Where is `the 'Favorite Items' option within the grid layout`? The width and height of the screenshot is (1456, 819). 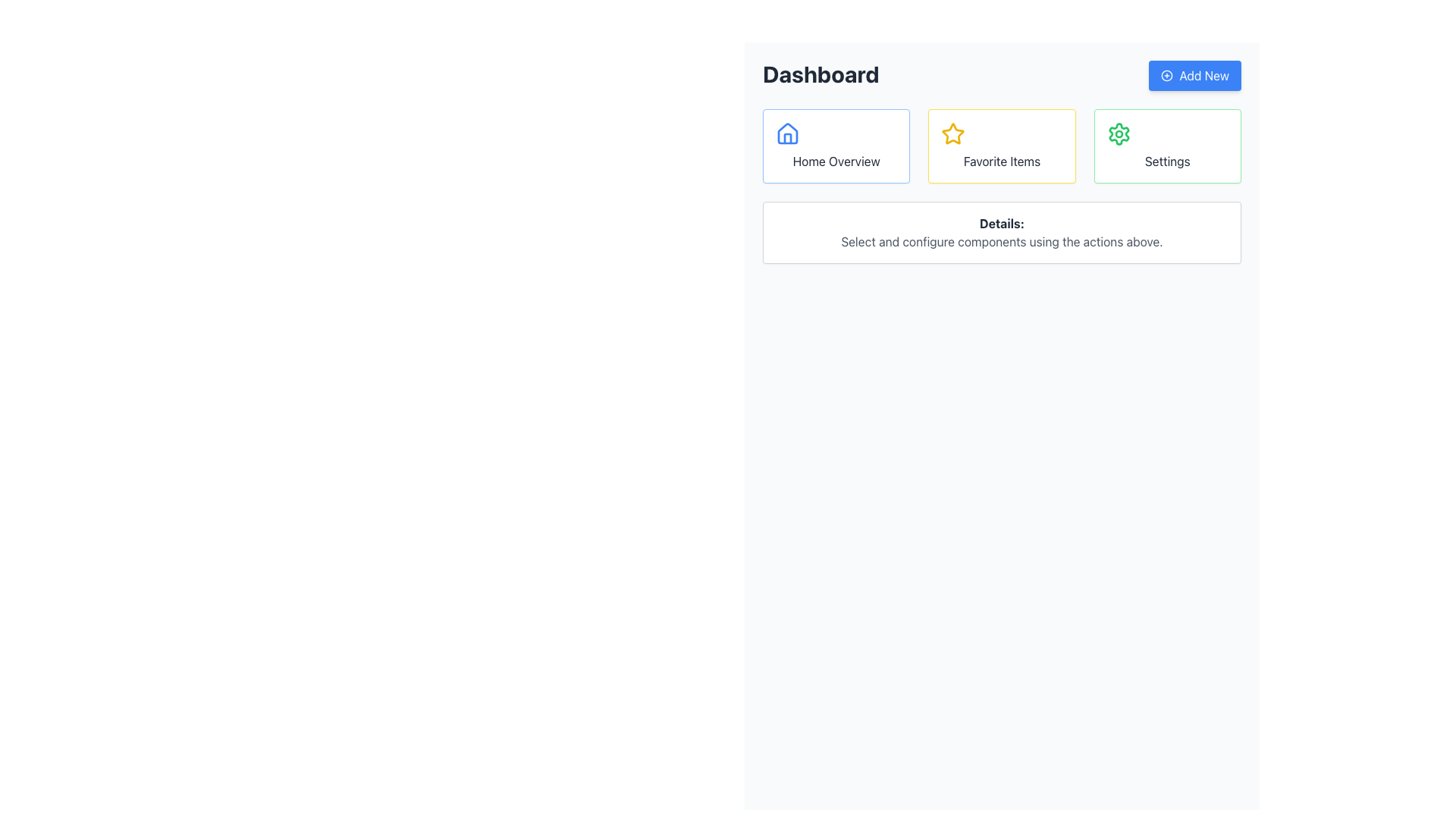
the 'Favorite Items' option within the grid layout is located at coordinates (1002, 146).